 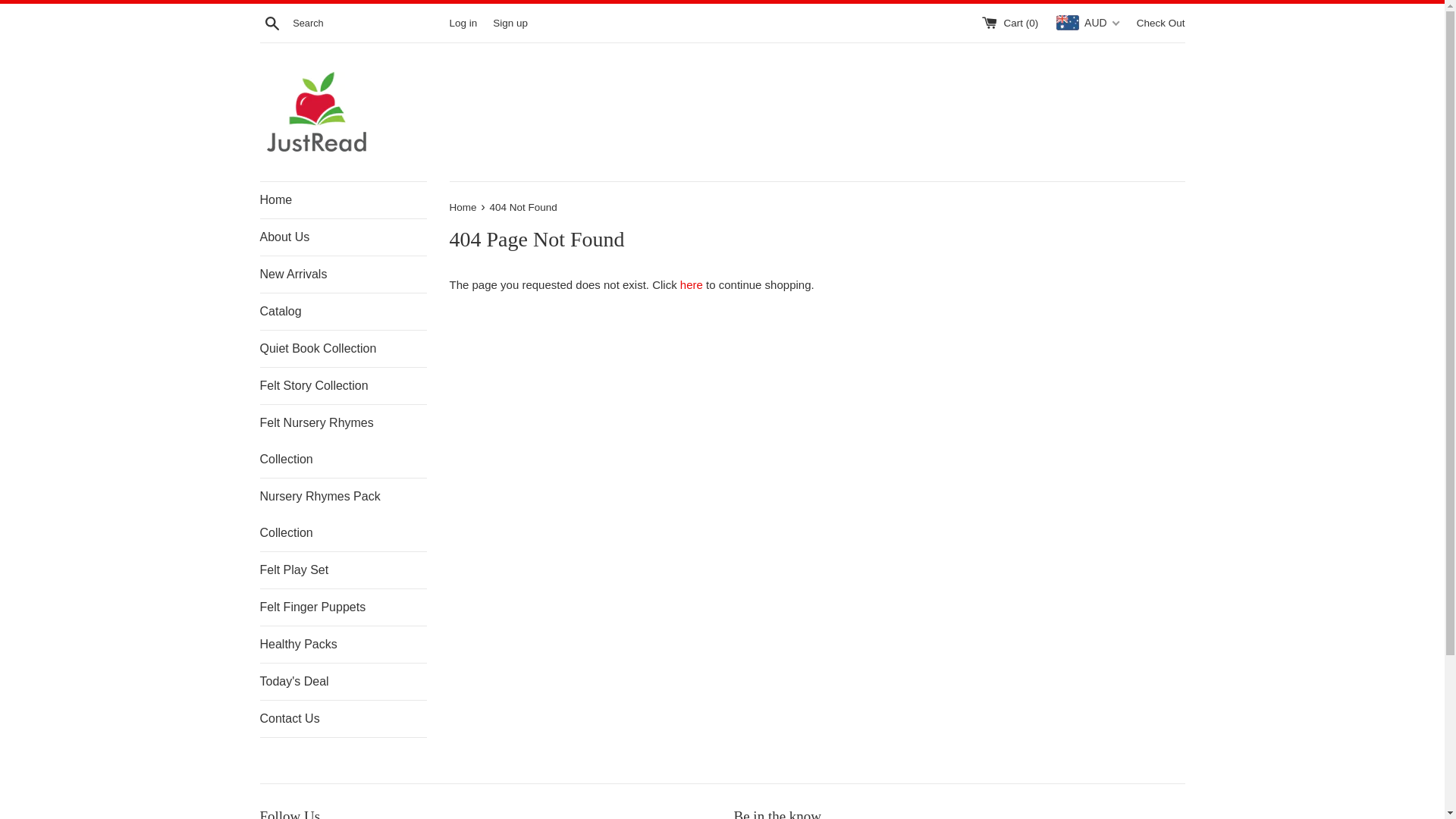 I want to click on 'About Us', so click(x=341, y=237).